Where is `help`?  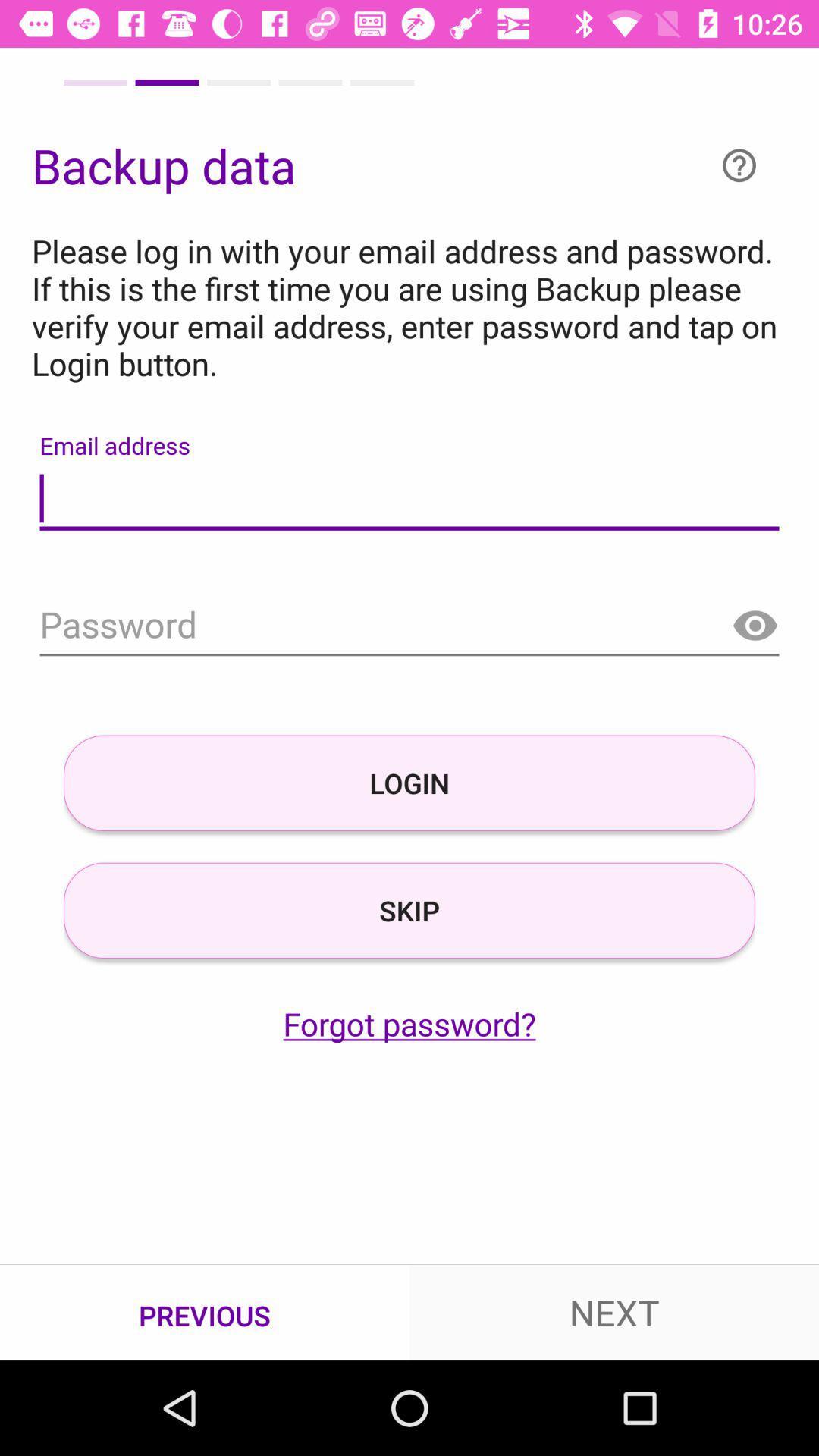 help is located at coordinates (739, 165).